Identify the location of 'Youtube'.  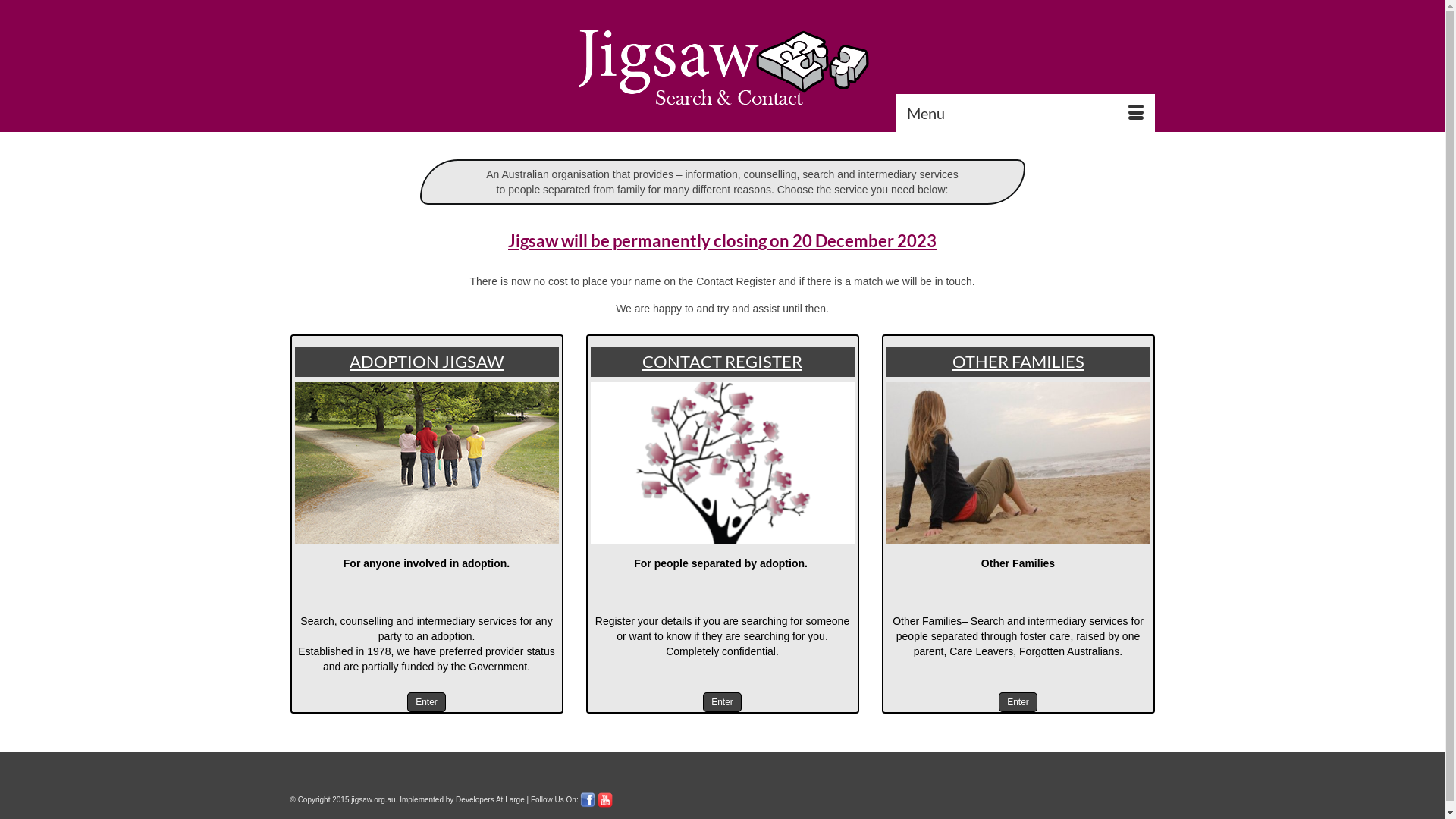
(596, 799).